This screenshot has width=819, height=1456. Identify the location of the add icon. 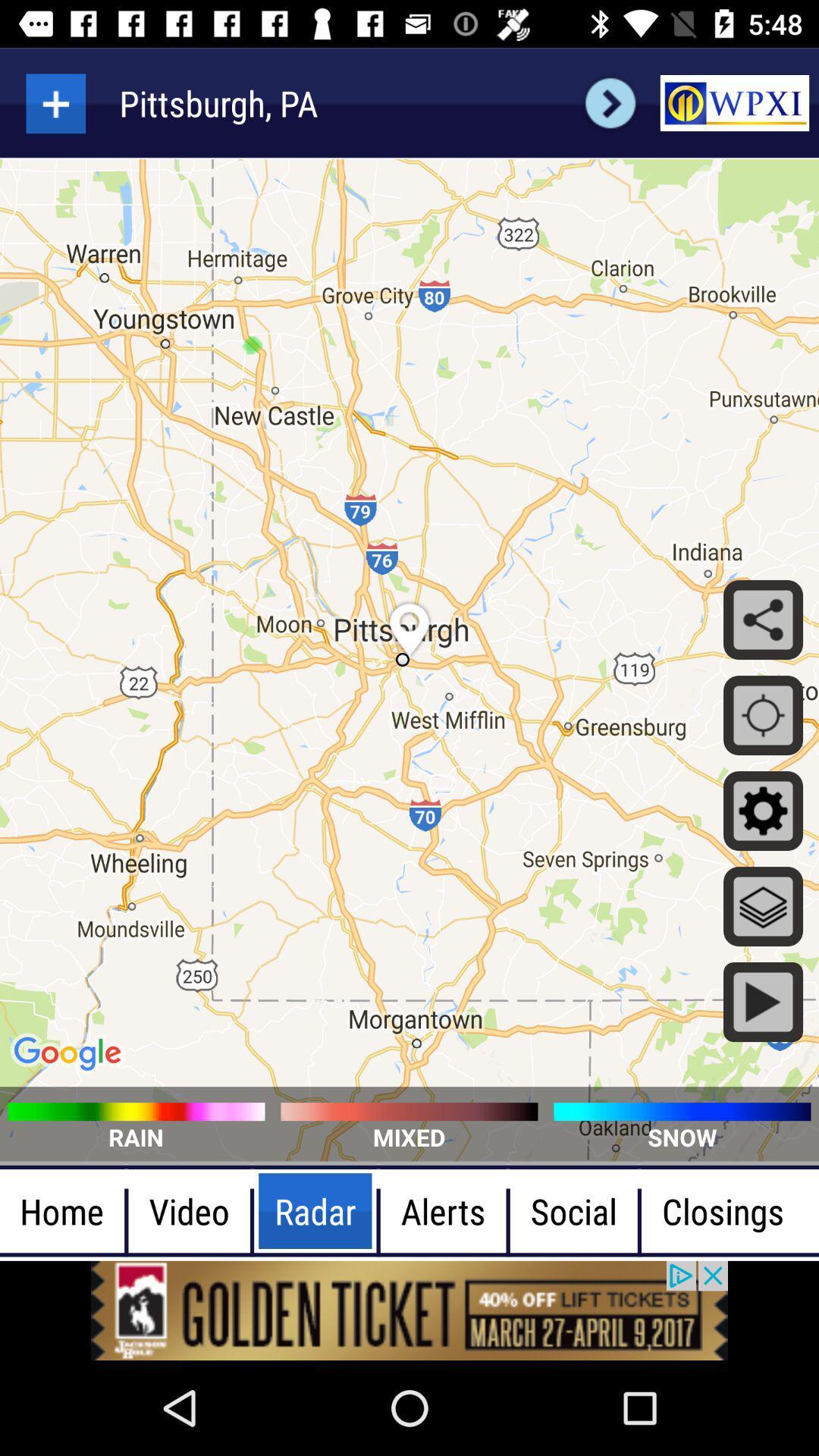
(55, 102).